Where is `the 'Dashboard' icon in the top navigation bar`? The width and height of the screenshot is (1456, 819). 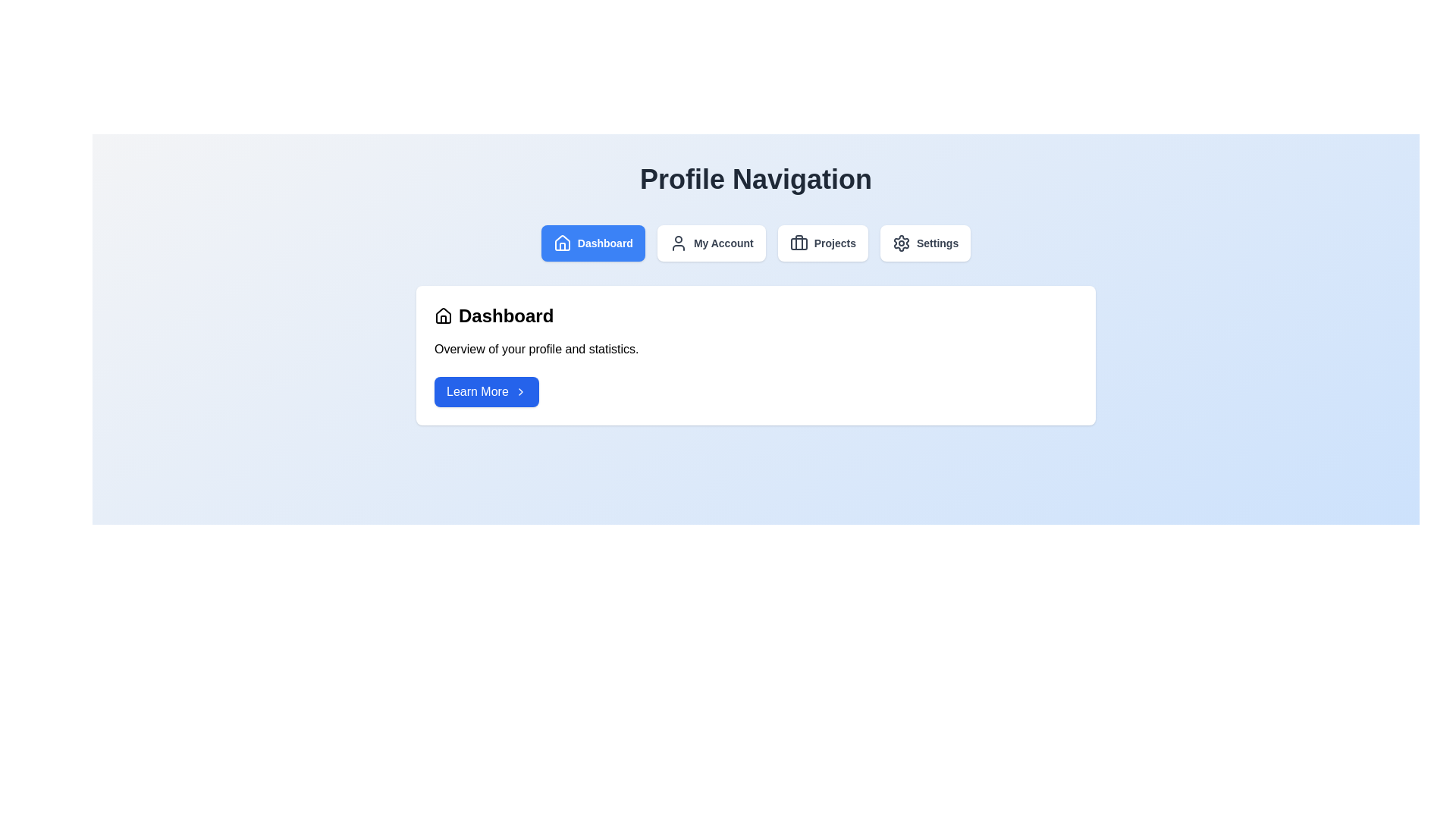
the 'Dashboard' icon in the top navigation bar is located at coordinates (443, 315).